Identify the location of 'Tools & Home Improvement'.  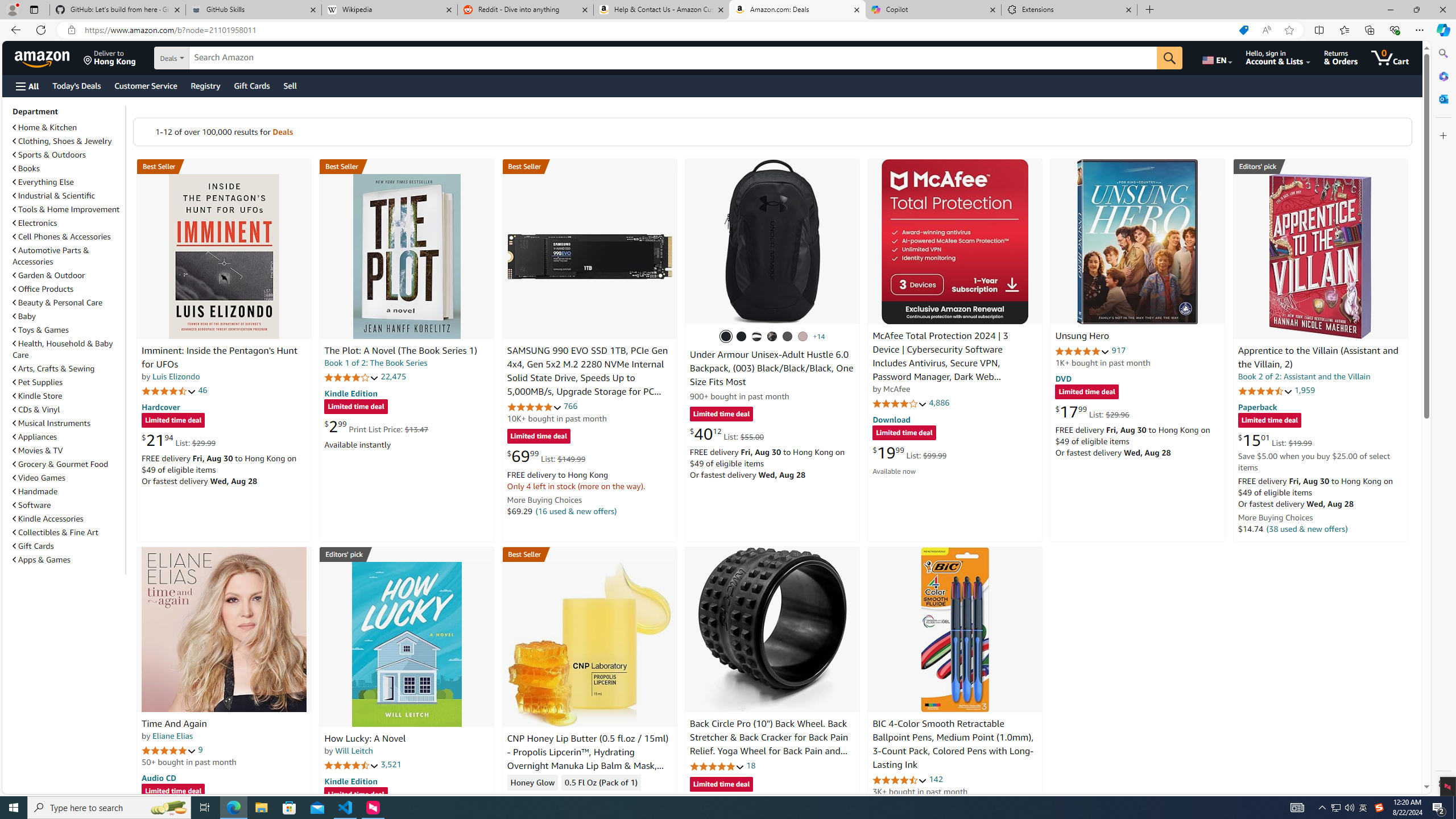
(65, 209).